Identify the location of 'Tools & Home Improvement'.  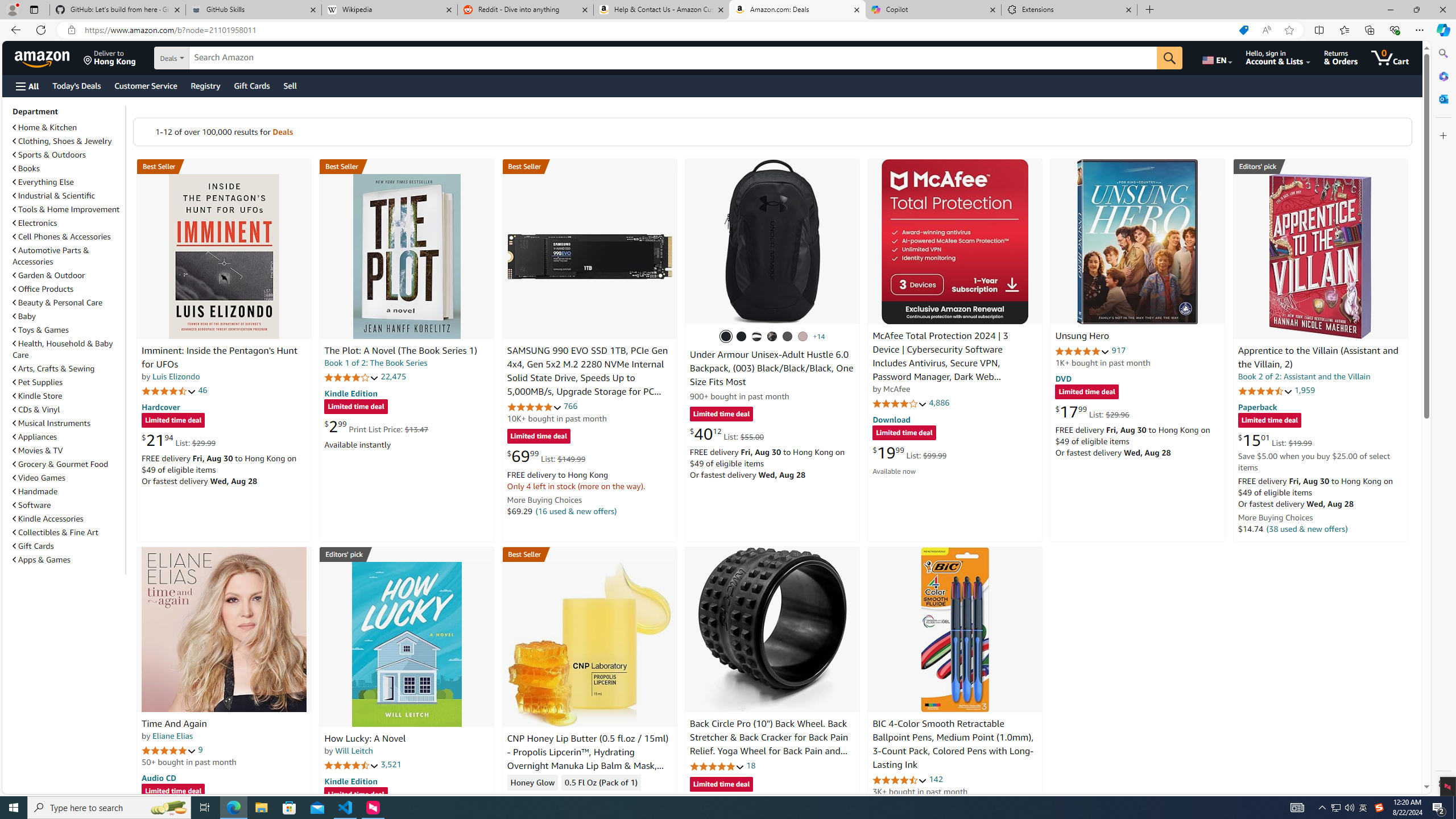
(65, 209).